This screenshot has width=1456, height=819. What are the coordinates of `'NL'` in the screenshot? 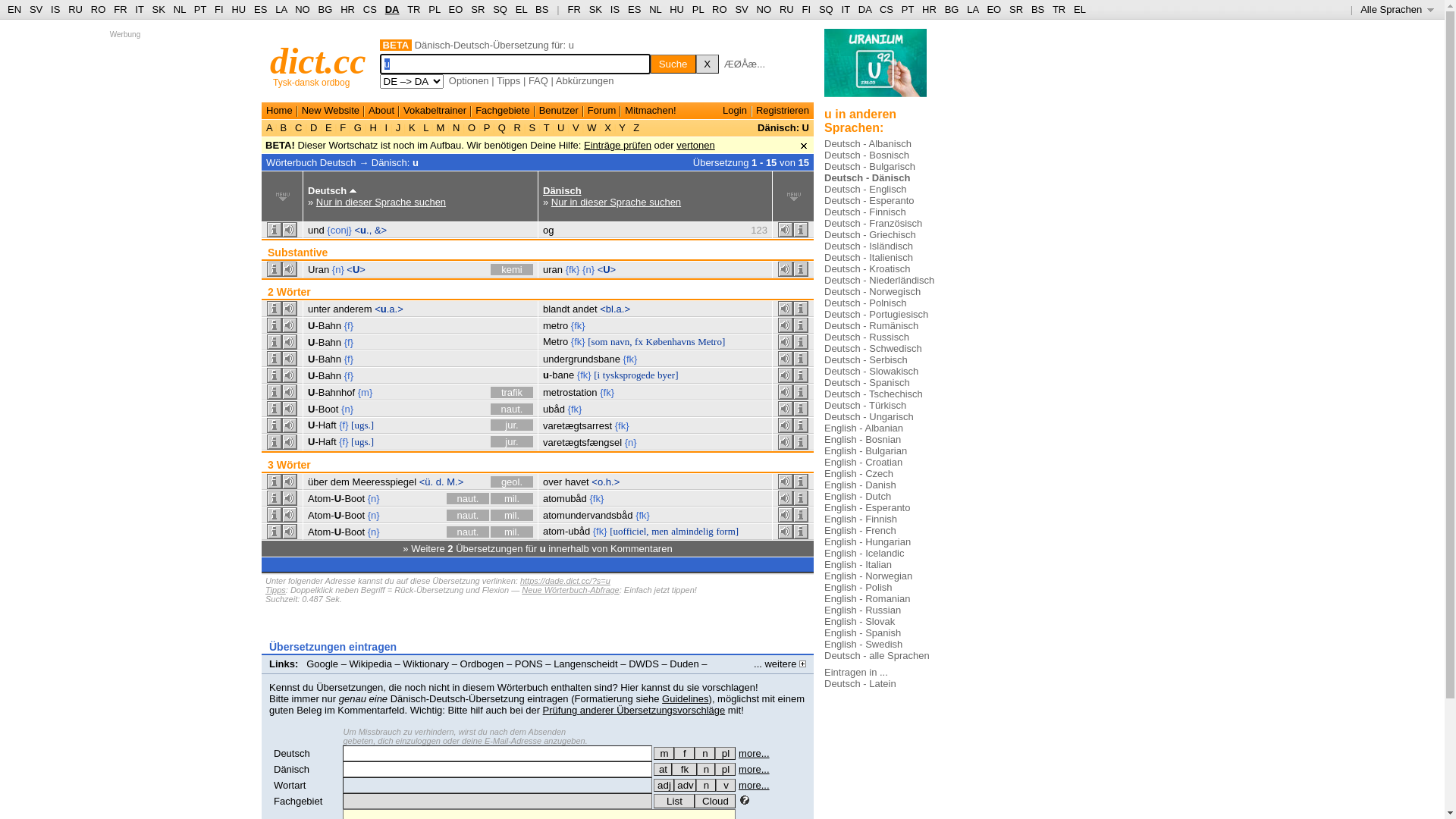 It's located at (179, 9).